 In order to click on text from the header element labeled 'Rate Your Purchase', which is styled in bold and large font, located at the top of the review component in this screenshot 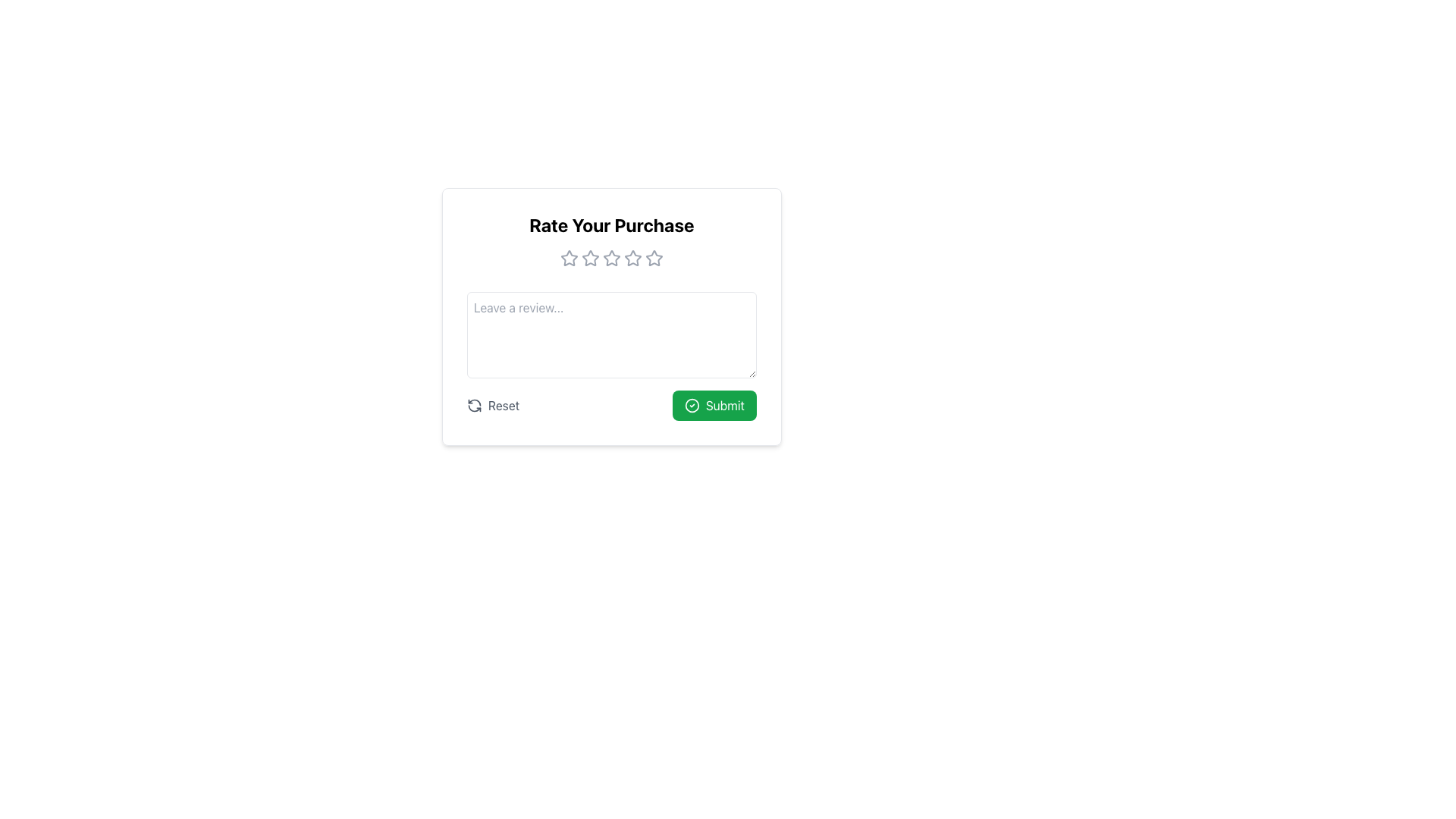, I will do `click(611, 225)`.